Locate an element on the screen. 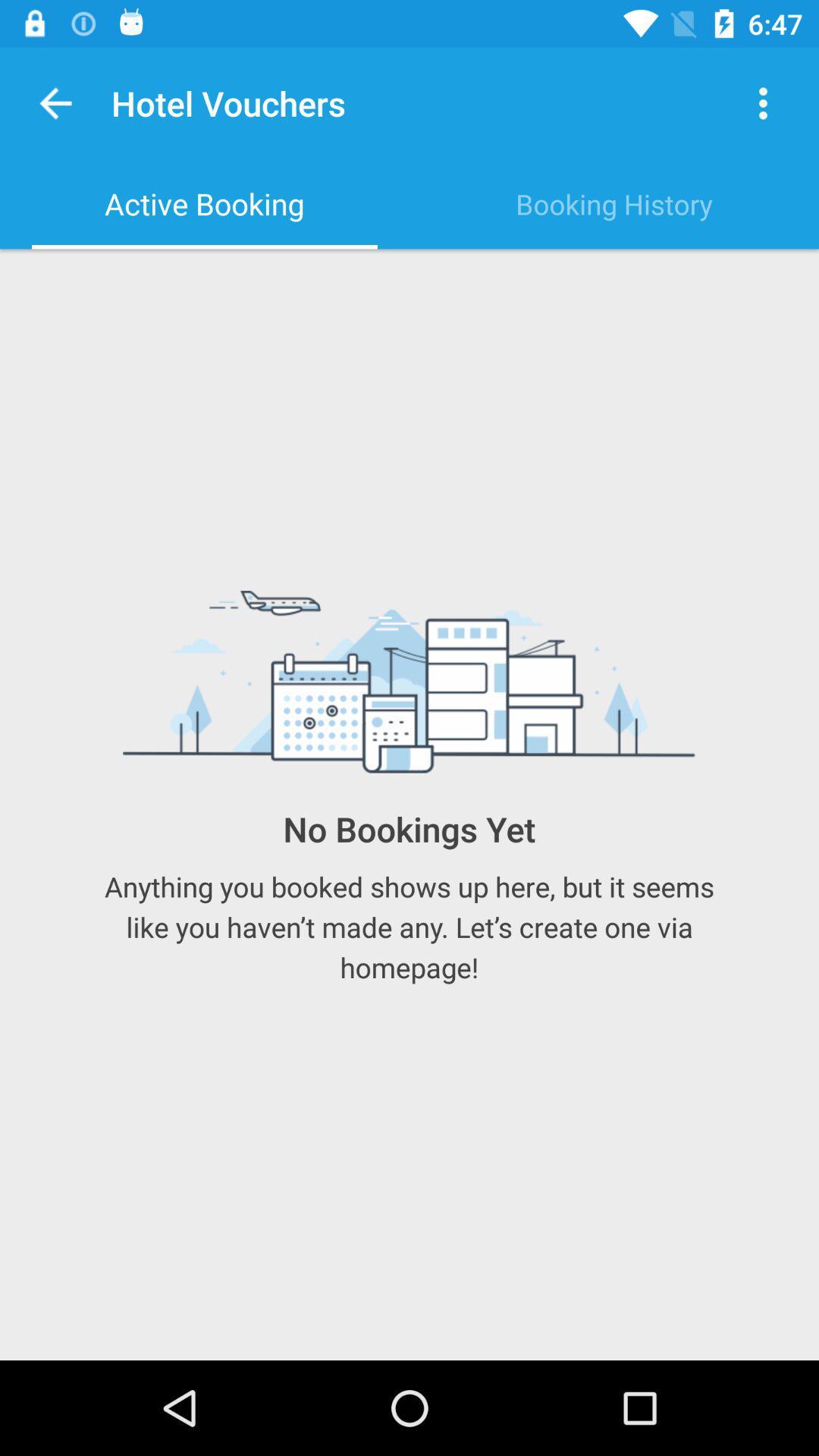 The image size is (819, 1456). the item next to the active booking item is located at coordinates (614, 203).